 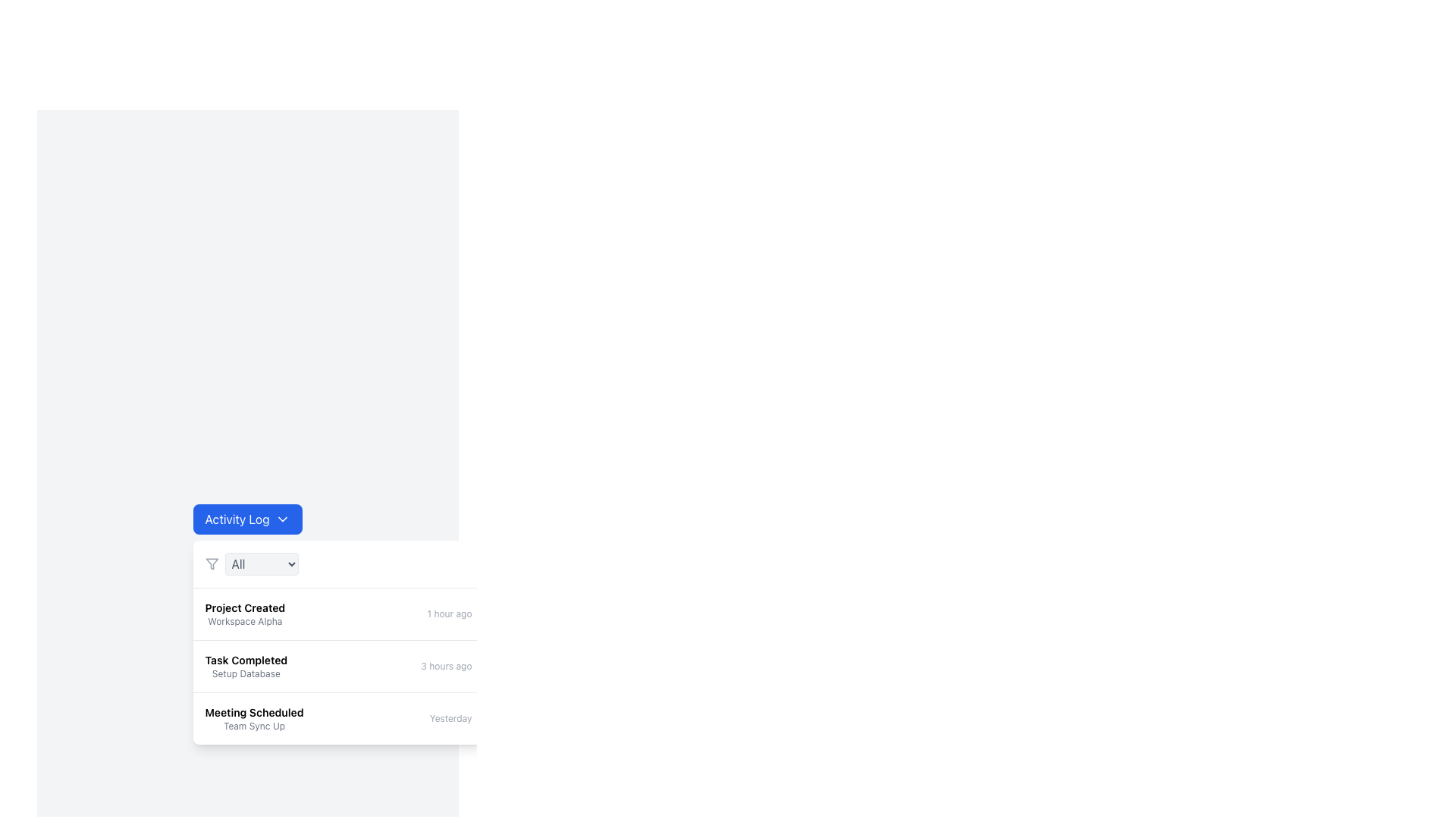 What do you see at coordinates (254, 725) in the screenshot?
I see `the static text element reading 'Team Sync Up', which is styled in a small font size and light gray color, located below the 'Meeting Scheduled' text in the activity log list` at bounding box center [254, 725].